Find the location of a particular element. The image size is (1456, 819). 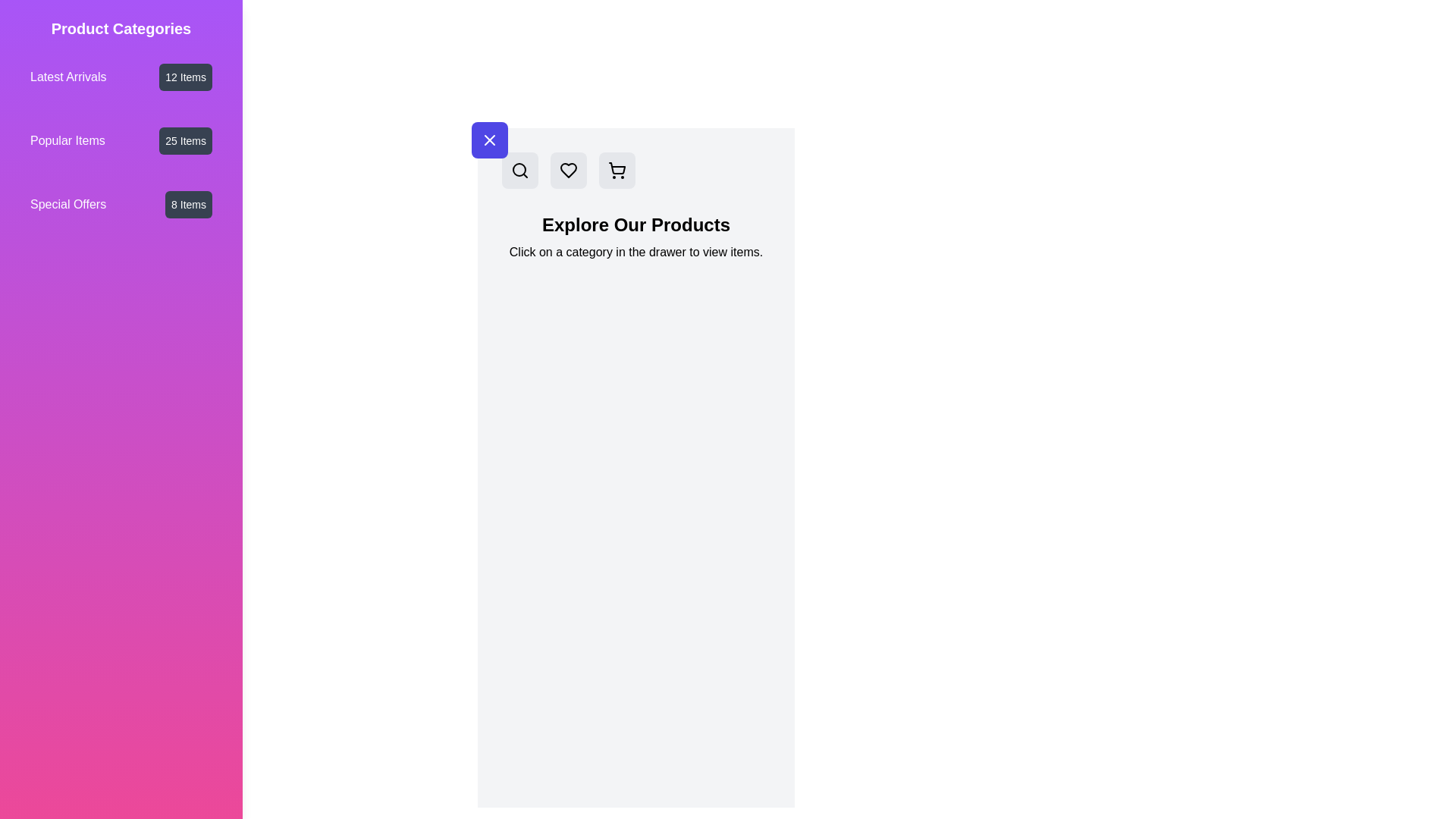

the category item Latest Arrivals is located at coordinates (120, 77).